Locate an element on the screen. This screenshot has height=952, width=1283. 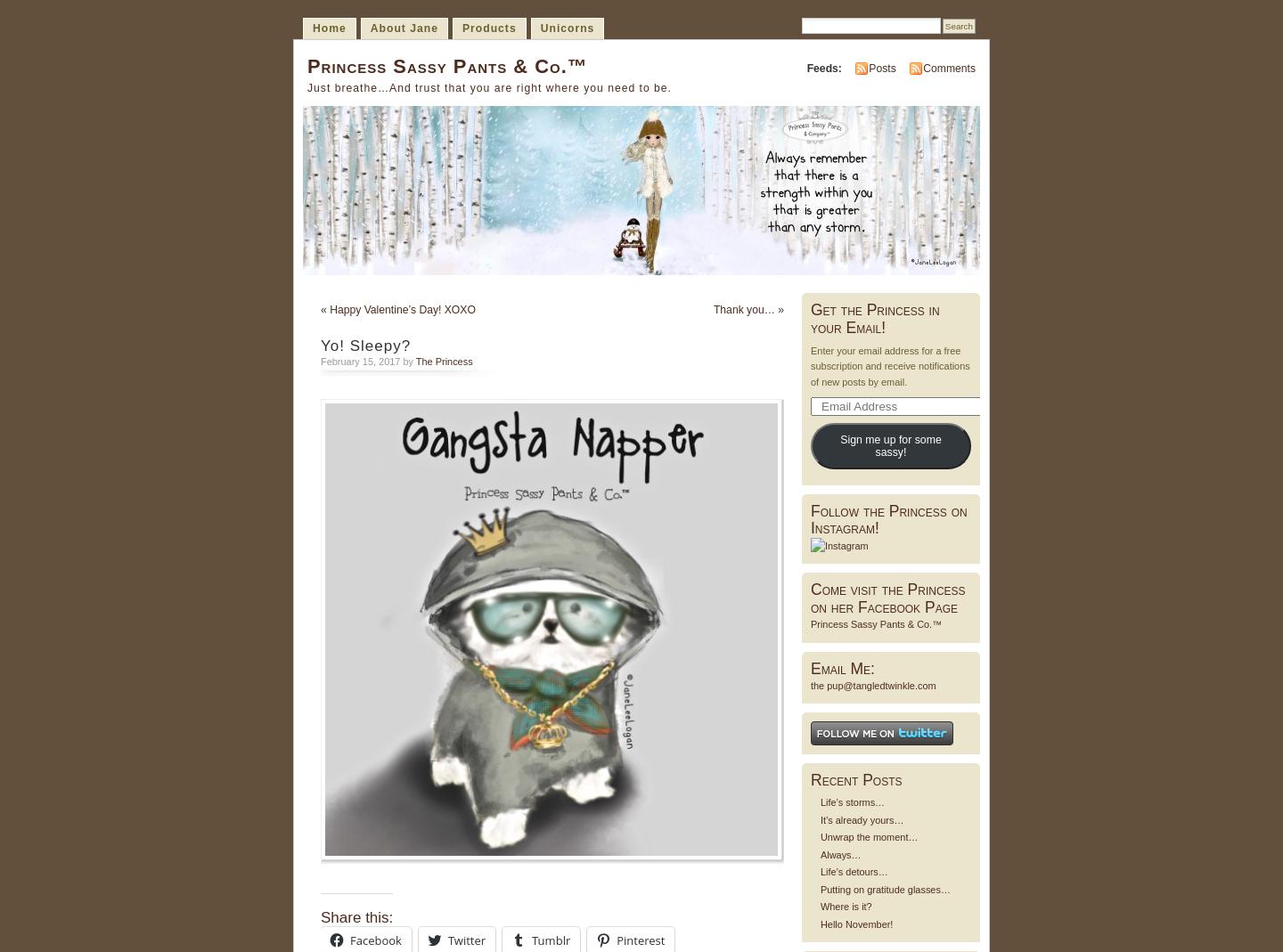
'Where is it?' is located at coordinates (845, 907).